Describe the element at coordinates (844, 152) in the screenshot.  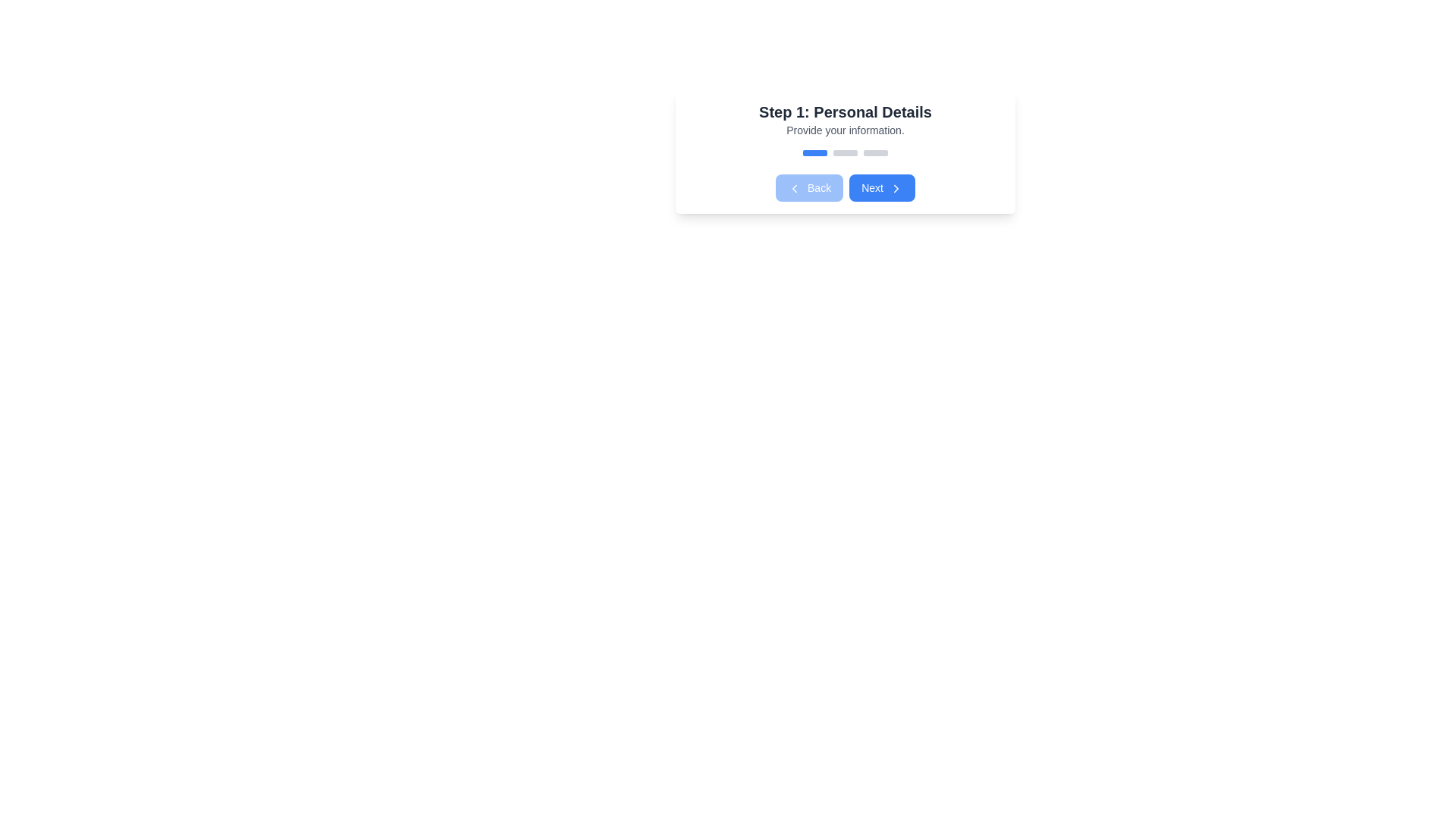
I see `the second progress indicator segment, which is part of a multi-step process interface, located beneath the 'Step 1: Personal Details' header` at that location.